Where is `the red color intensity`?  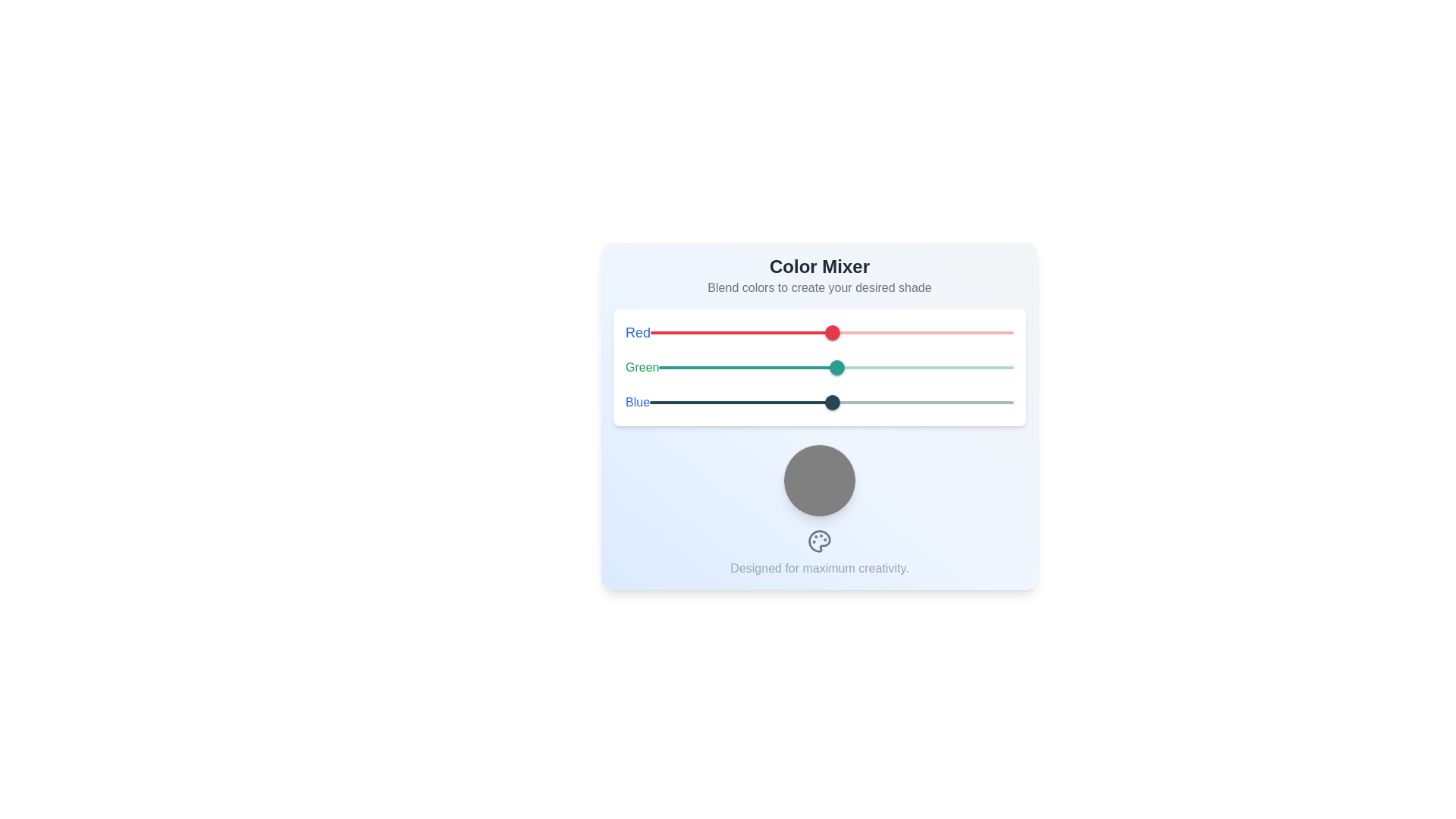 the red color intensity is located at coordinates (993, 332).